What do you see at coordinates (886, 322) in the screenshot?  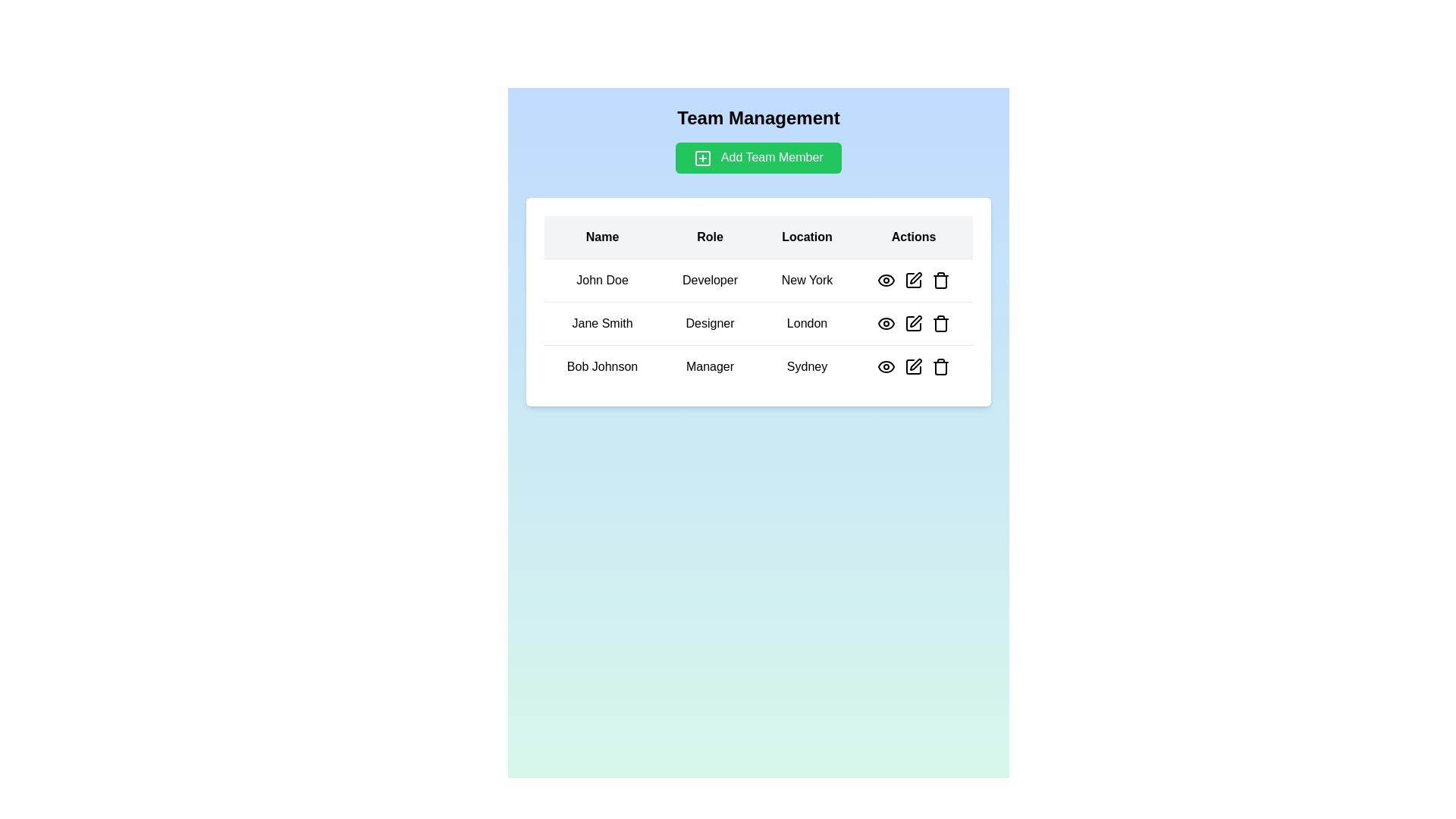 I see `the leftmost action icon in the 'Actions' column, which is a hollow eye contour SVG icon` at bounding box center [886, 322].